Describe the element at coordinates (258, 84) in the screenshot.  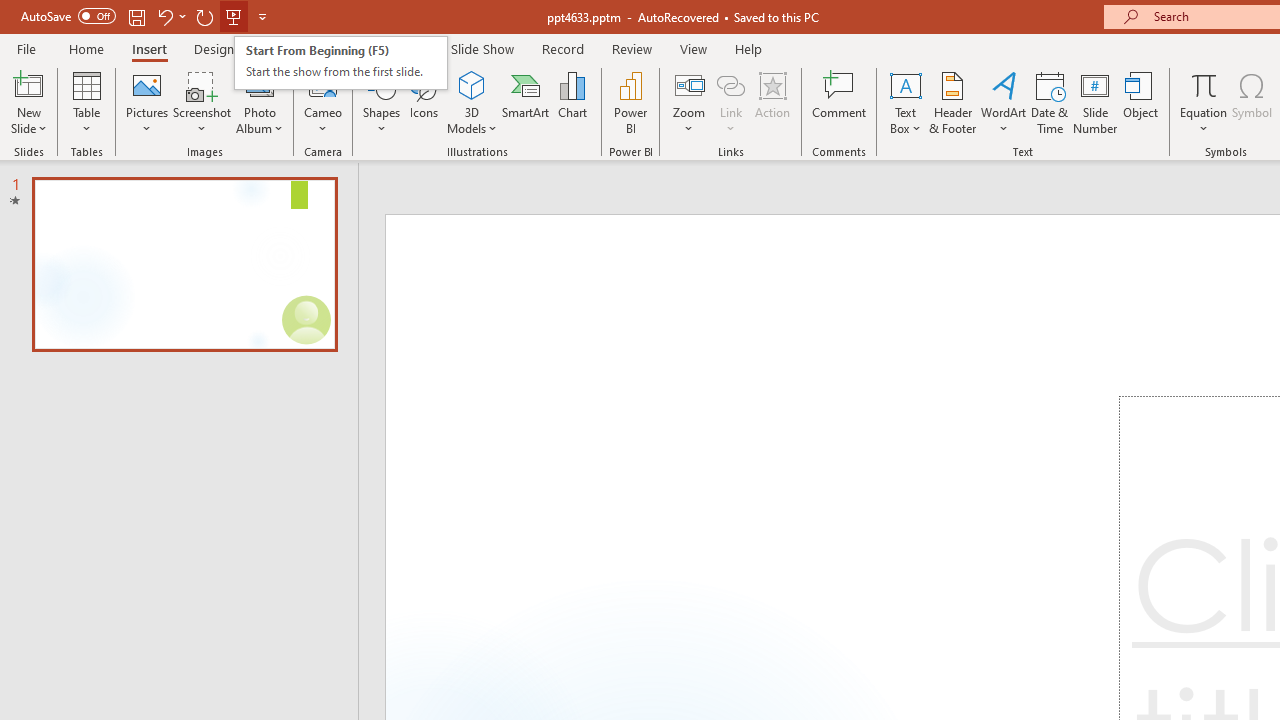
I see `'New Photo Album...'` at that location.